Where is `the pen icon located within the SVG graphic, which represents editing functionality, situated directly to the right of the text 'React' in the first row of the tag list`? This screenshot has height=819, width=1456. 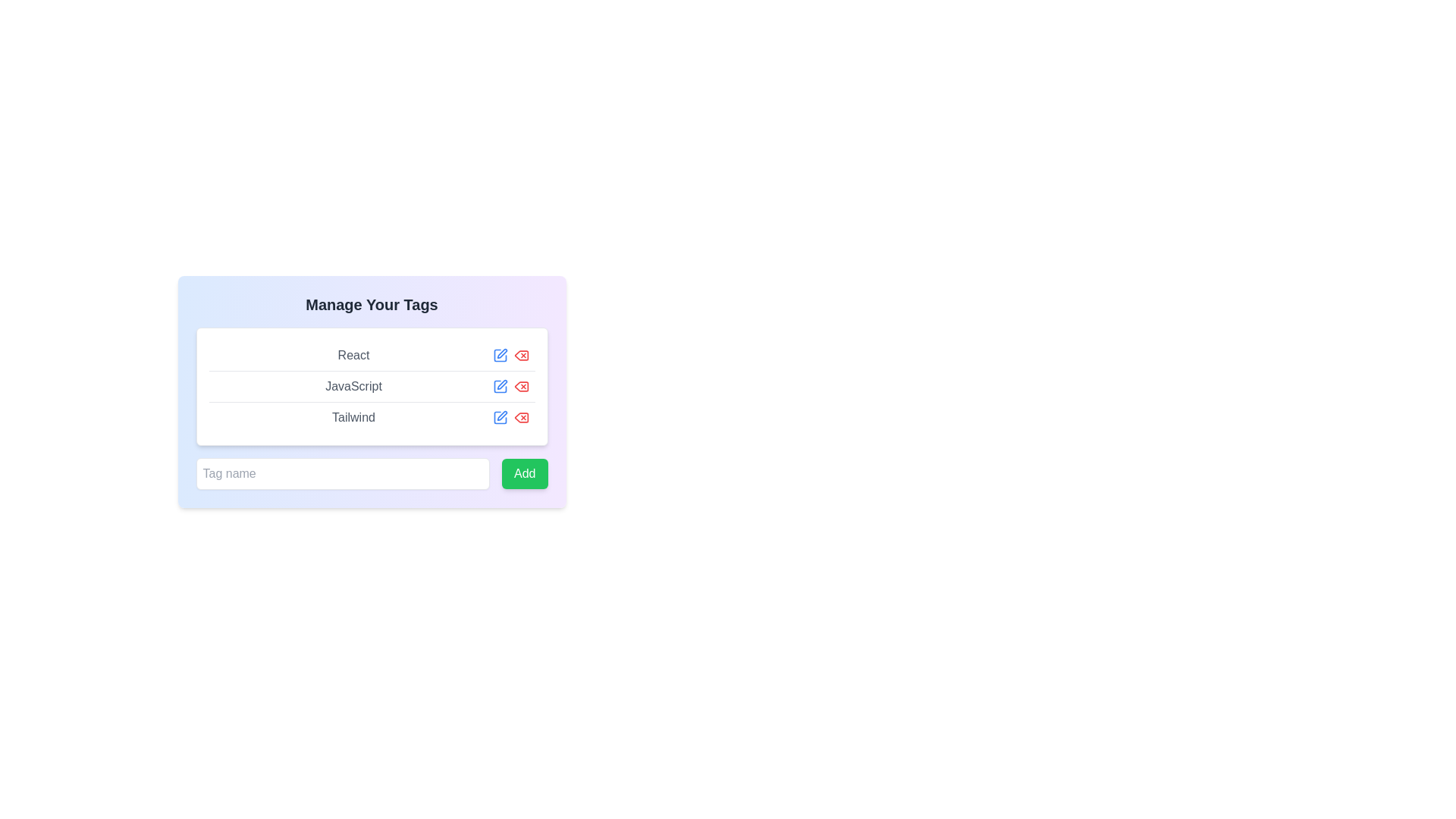 the pen icon located within the SVG graphic, which represents editing functionality, situated directly to the right of the text 'React' in the first row of the tag list is located at coordinates (502, 353).